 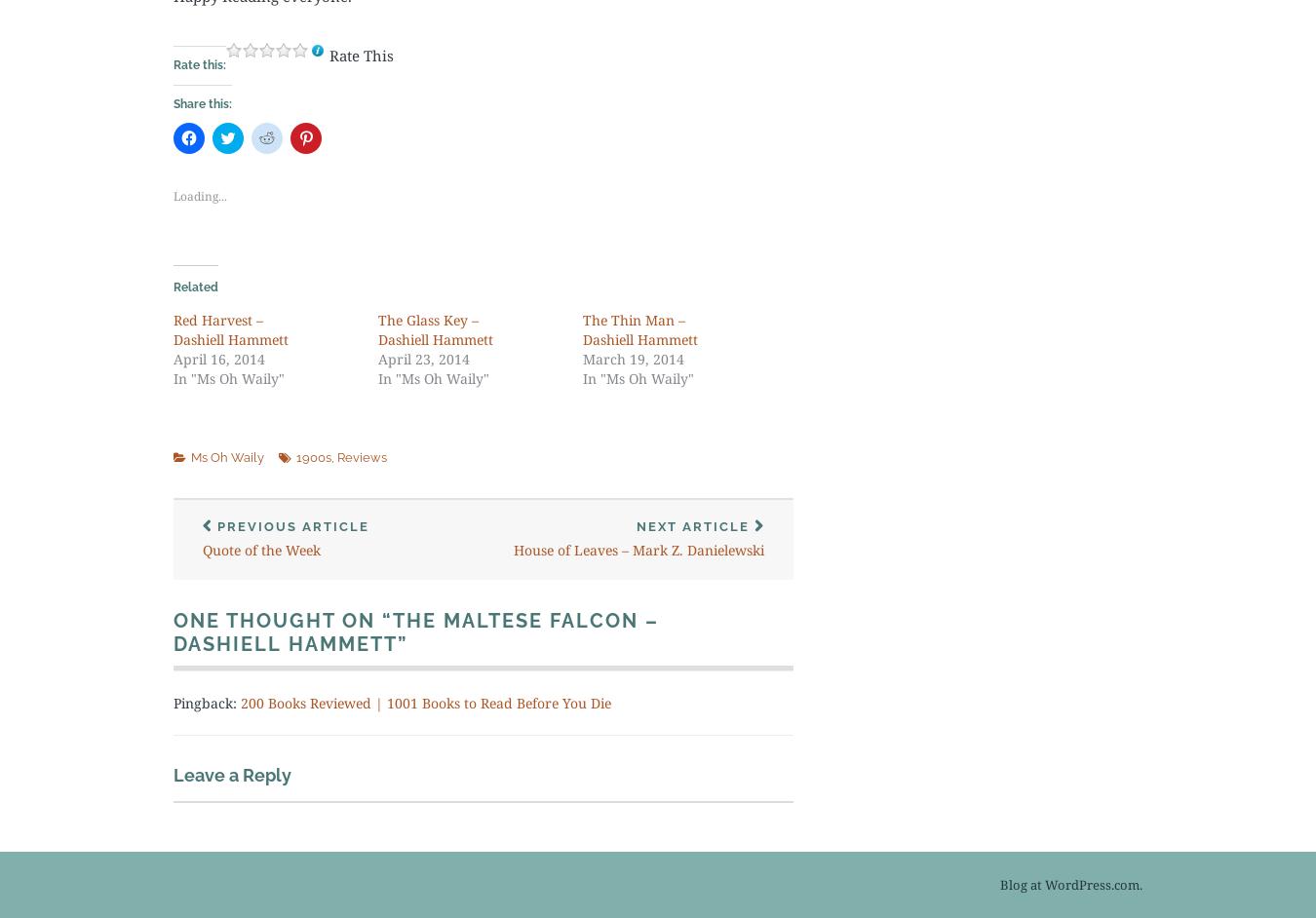 What do you see at coordinates (174, 63) in the screenshot?
I see `'Rate this:'` at bounding box center [174, 63].